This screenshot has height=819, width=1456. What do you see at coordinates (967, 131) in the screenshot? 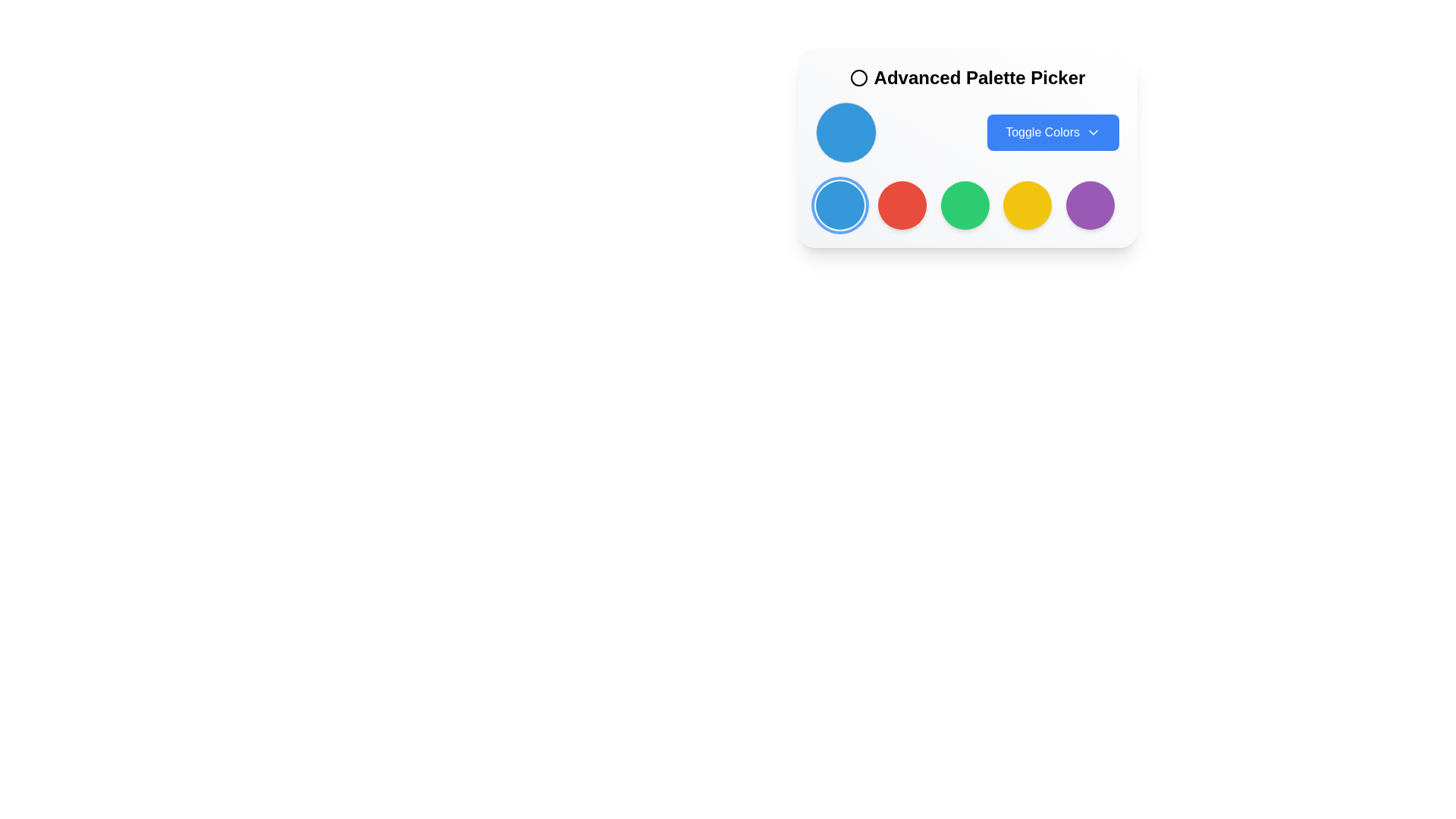
I see `the blue button located in the control section of the Advanced Palette Picker` at bounding box center [967, 131].